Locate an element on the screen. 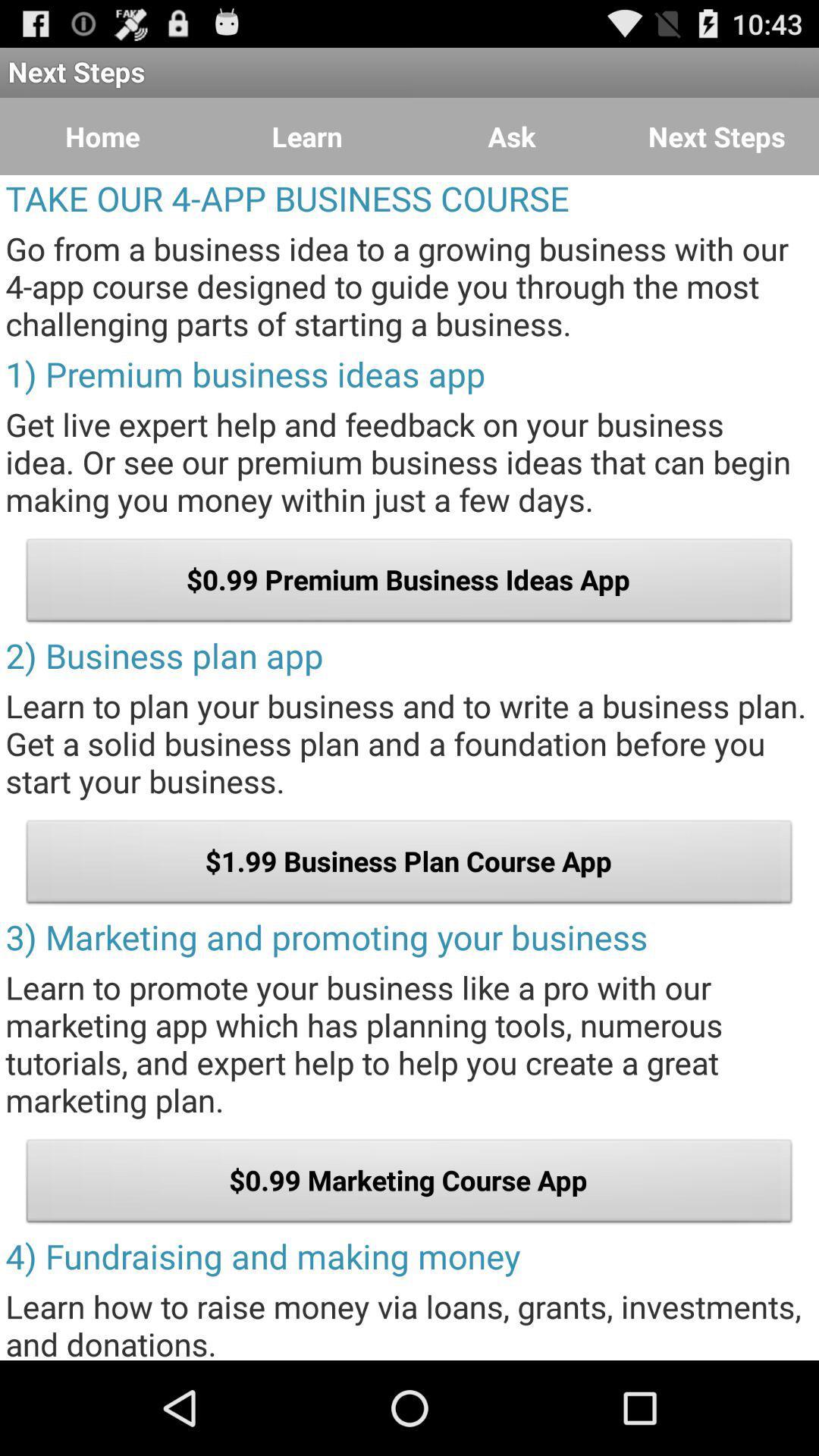  the ask is located at coordinates (512, 136).